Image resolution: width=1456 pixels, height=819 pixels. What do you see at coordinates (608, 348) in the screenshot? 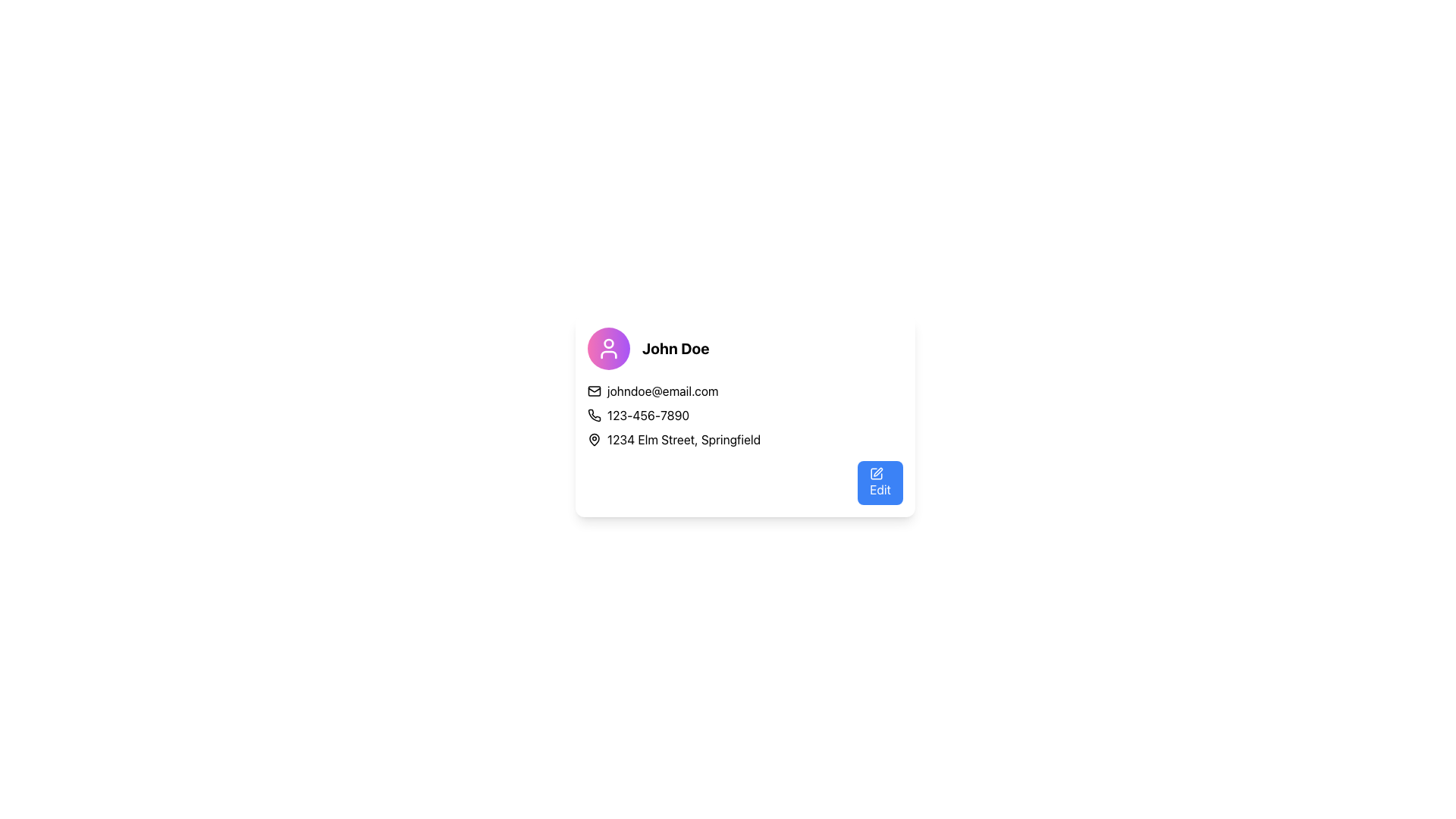
I see `the user profile icon located in the top-left corner of the user card, which serves as an avatar for the user, positioned to the left of the user name 'John Doe'` at bounding box center [608, 348].